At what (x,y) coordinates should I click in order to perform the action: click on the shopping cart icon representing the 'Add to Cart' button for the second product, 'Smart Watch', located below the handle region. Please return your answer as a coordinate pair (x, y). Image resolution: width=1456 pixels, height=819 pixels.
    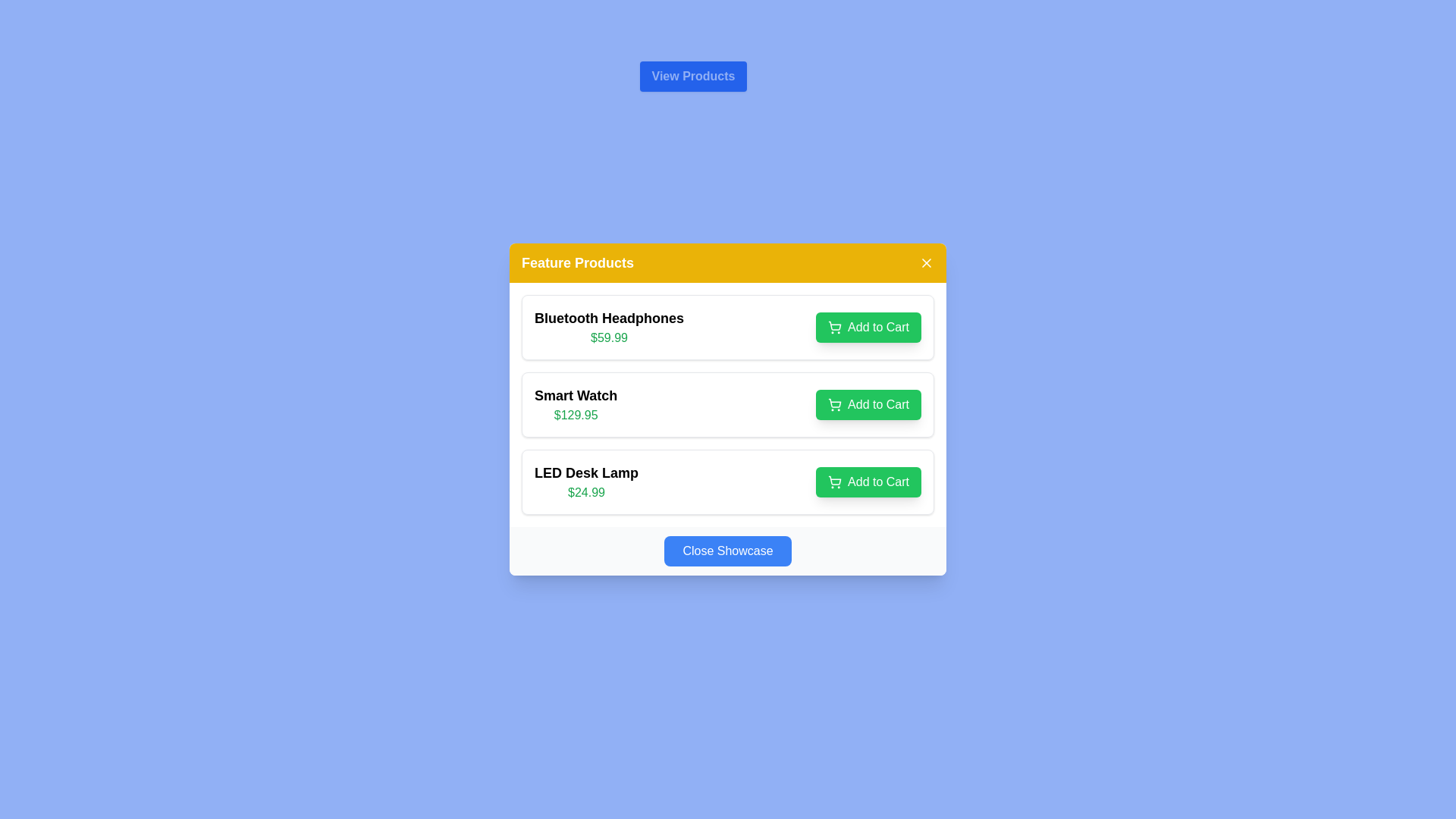
    Looking at the image, I should click on (834, 402).